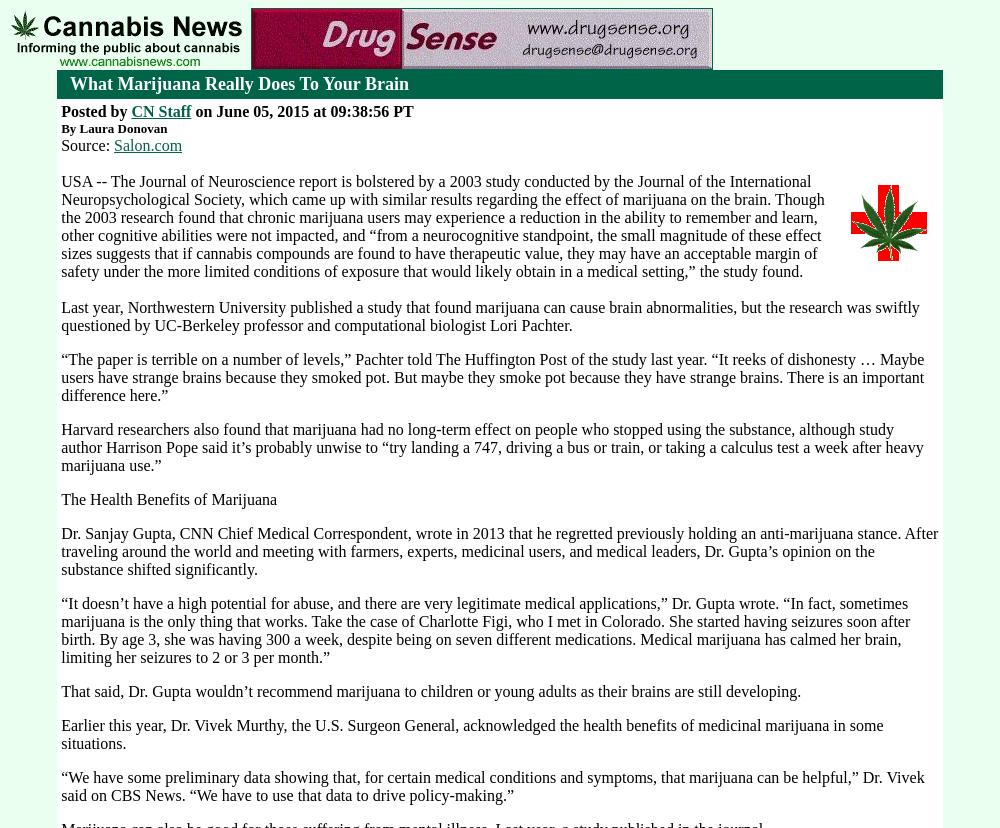 The height and width of the screenshot is (828, 1000). I want to click on 'CN Staff', so click(161, 110).